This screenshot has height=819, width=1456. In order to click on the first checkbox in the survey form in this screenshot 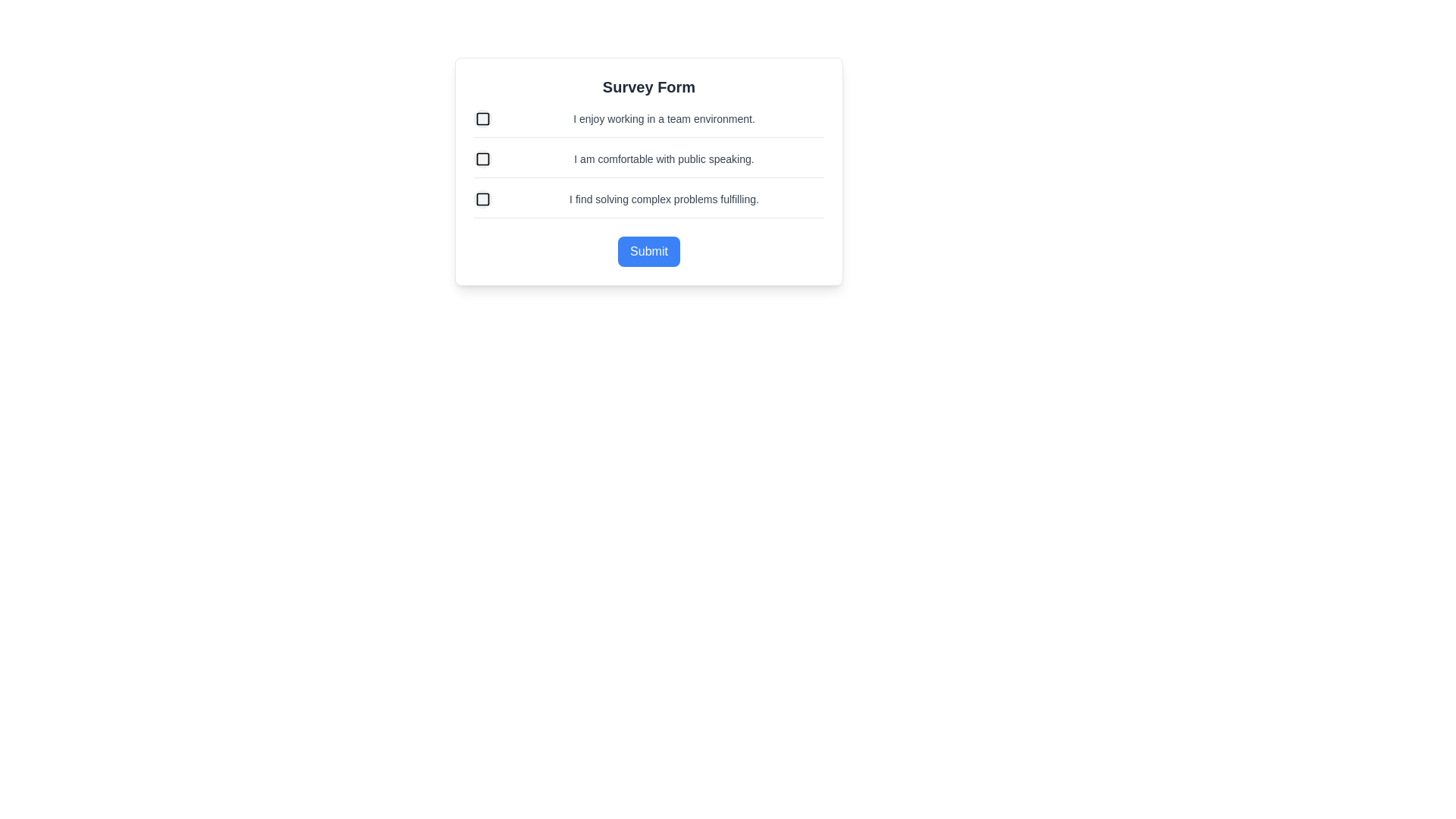, I will do `click(482, 118)`.